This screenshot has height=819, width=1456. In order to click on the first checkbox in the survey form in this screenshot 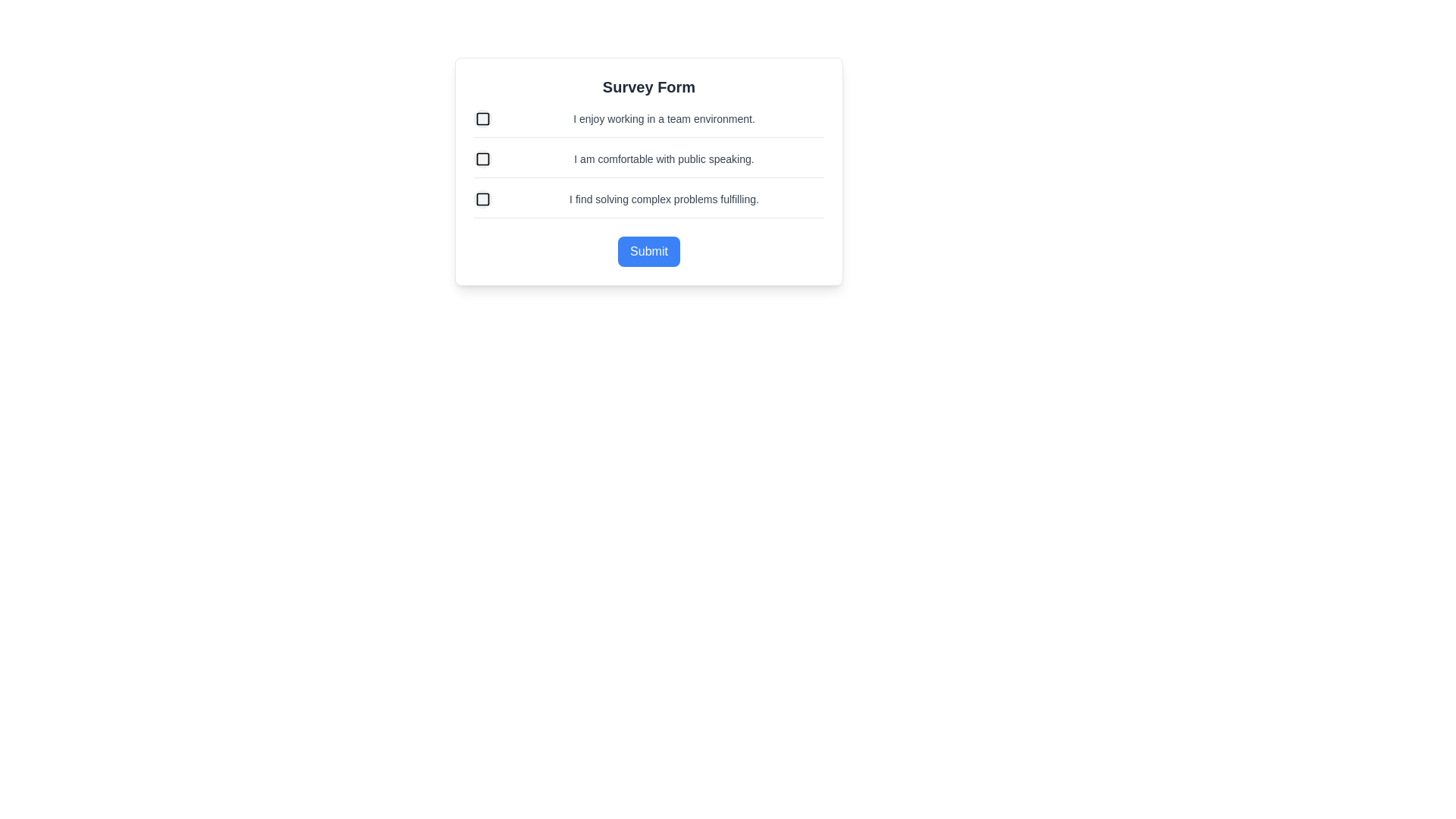, I will do `click(482, 118)`.